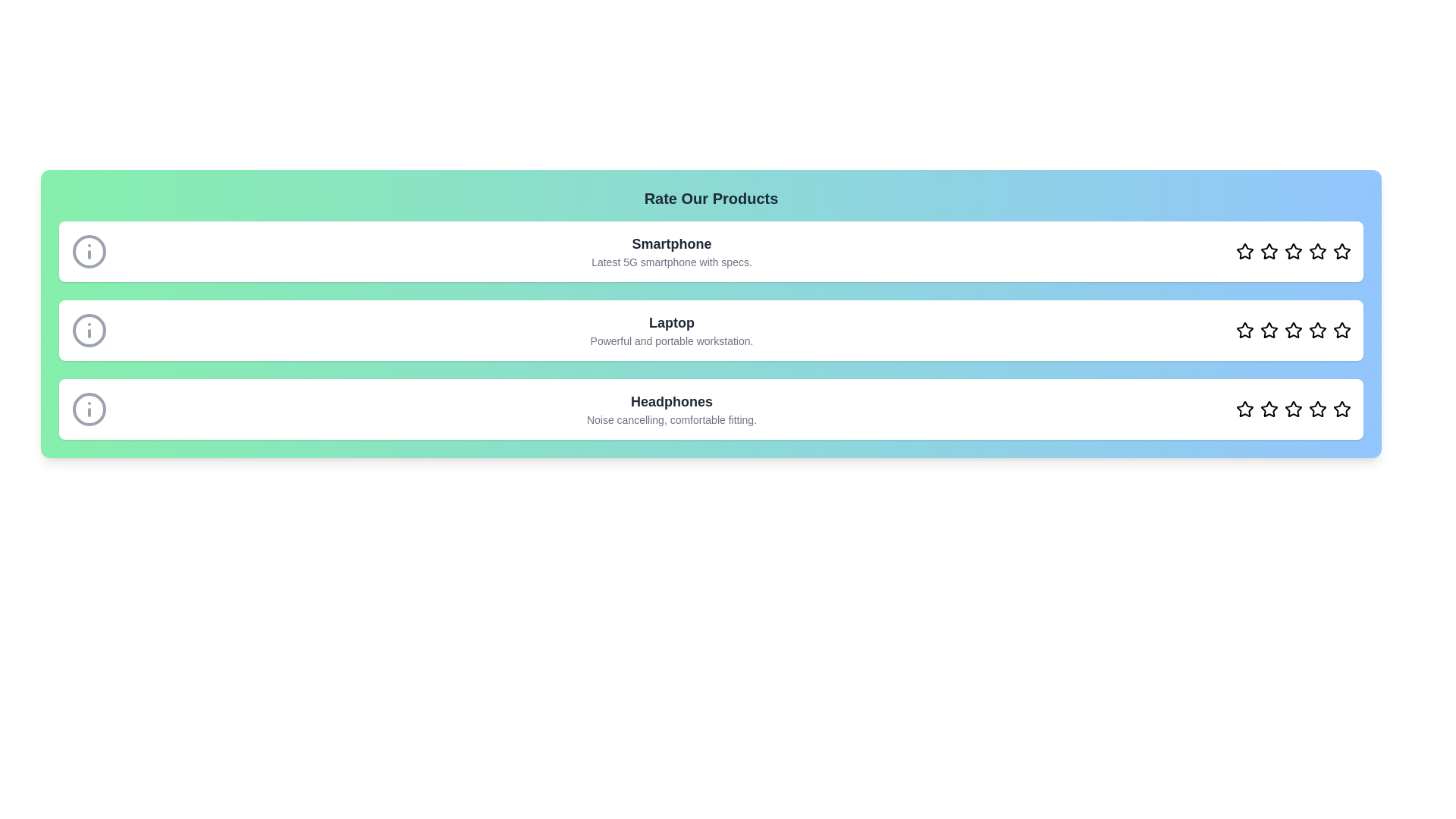  Describe the element at coordinates (1269, 250) in the screenshot. I see `the interactive rating star, the second star in the series of five located in the second row of the rating section next to the 'Laptop' heading, for accessibility navigation` at that location.